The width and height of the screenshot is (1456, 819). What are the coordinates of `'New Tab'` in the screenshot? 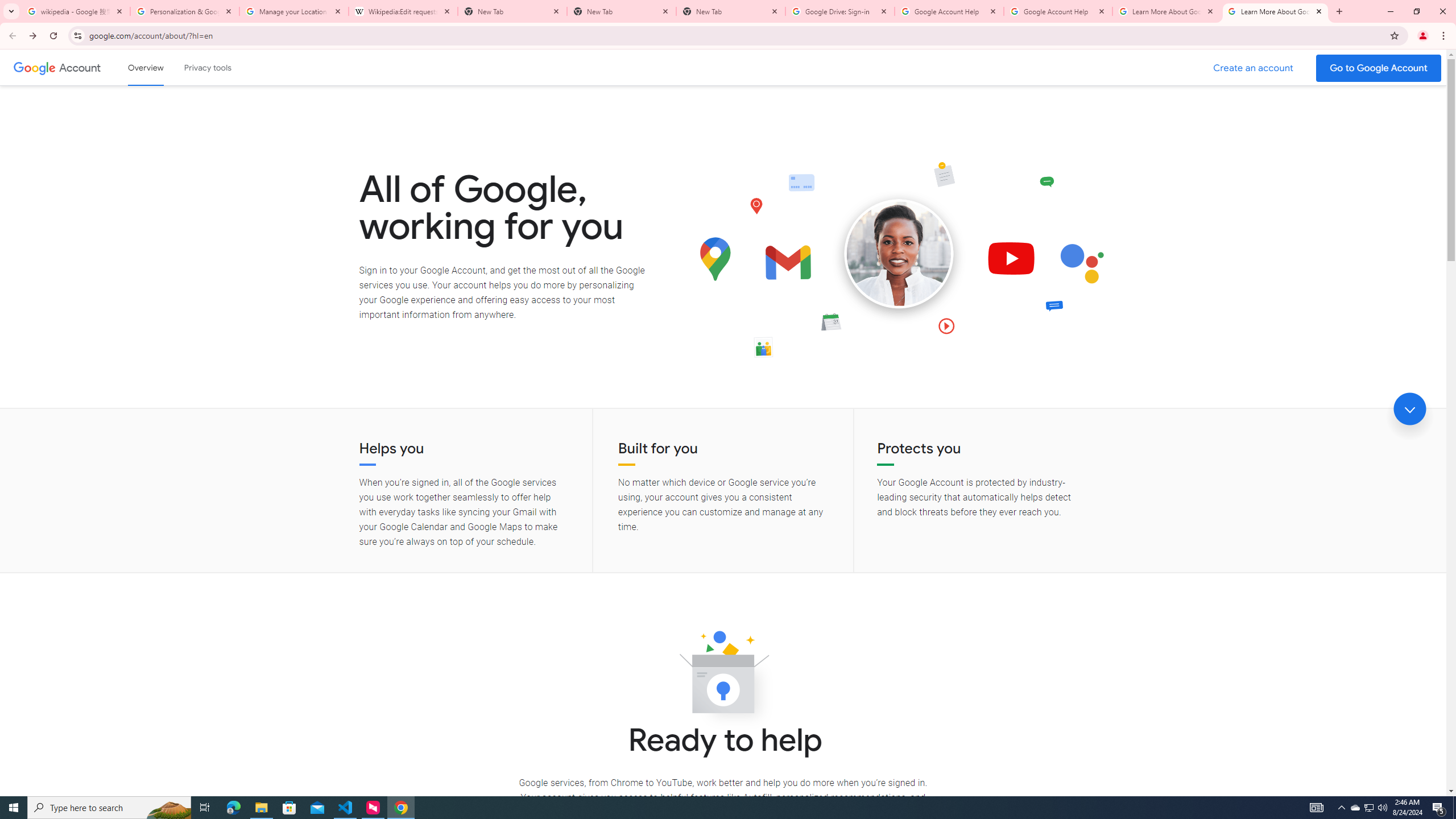 It's located at (621, 11).